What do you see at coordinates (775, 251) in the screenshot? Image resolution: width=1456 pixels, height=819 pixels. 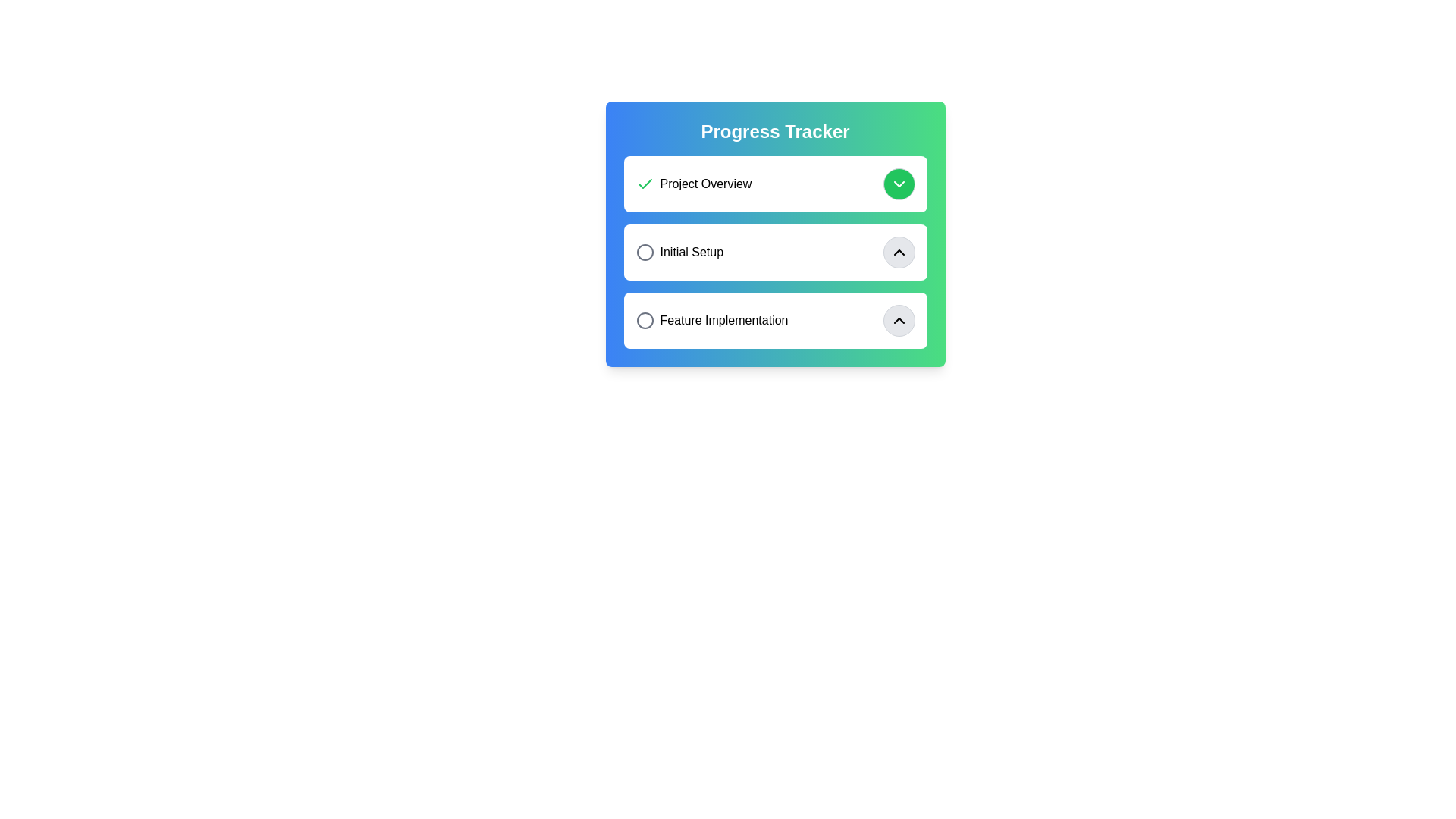 I see `the 'Initial Setup' step in the progress tracker interface` at bounding box center [775, 251].